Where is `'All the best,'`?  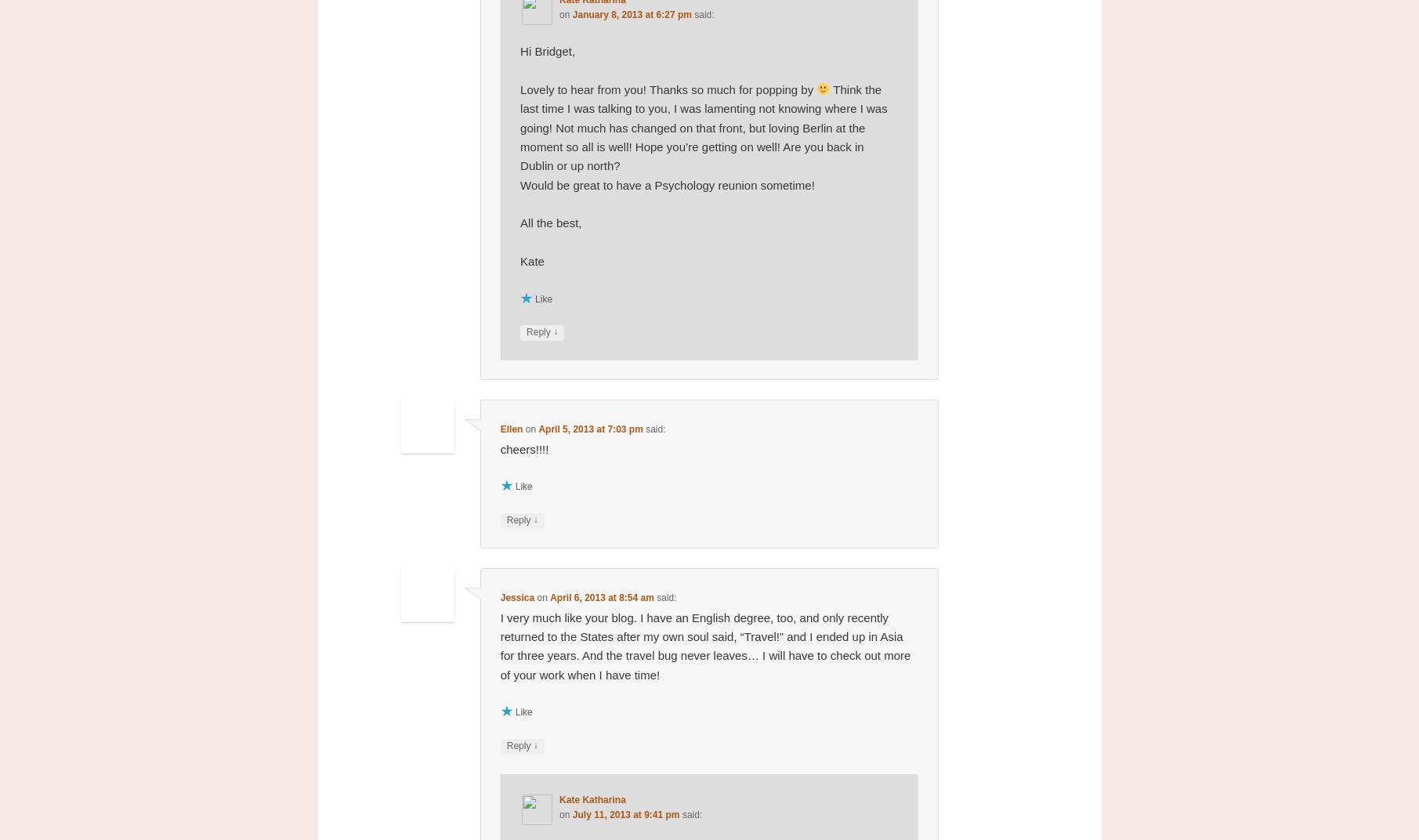 'All the best,' is located at coordinates (519, 222).